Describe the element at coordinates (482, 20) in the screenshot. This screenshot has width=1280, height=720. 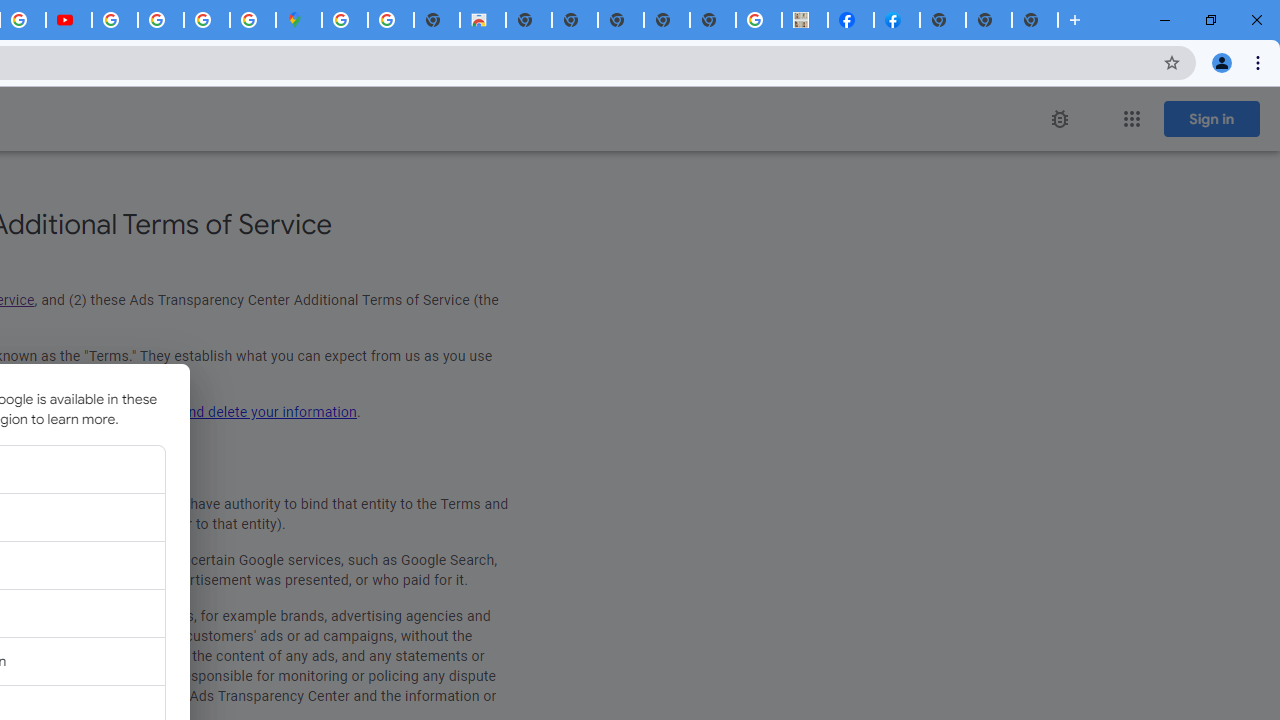
I see `'Chrome Web Store'` at that location.